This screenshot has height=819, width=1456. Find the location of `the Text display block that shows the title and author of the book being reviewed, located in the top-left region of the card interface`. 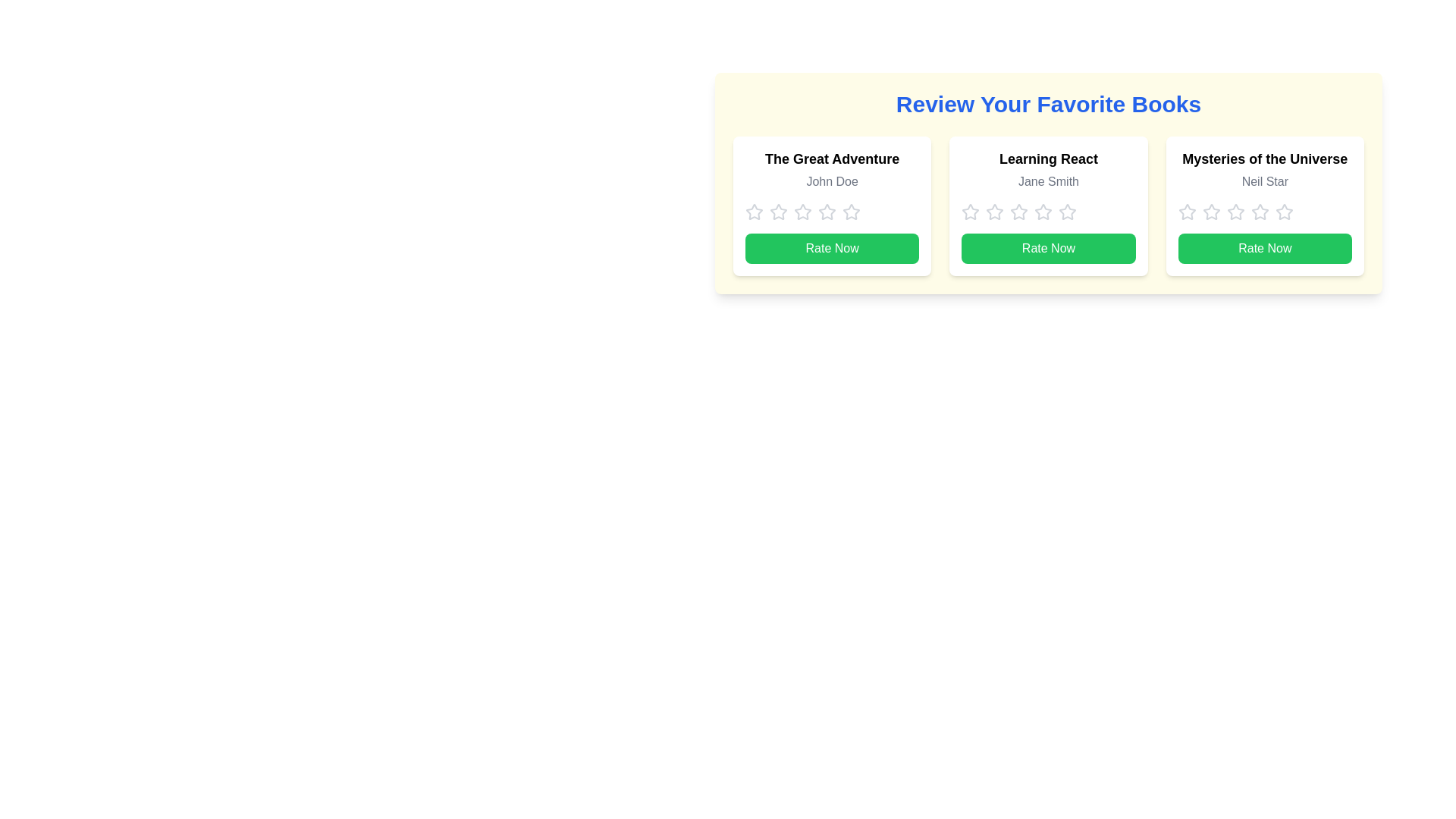

the Text display block that shows the title and author of the book being reviewed, located in the top-left region of the card interface is located at coordinates (831, 171).